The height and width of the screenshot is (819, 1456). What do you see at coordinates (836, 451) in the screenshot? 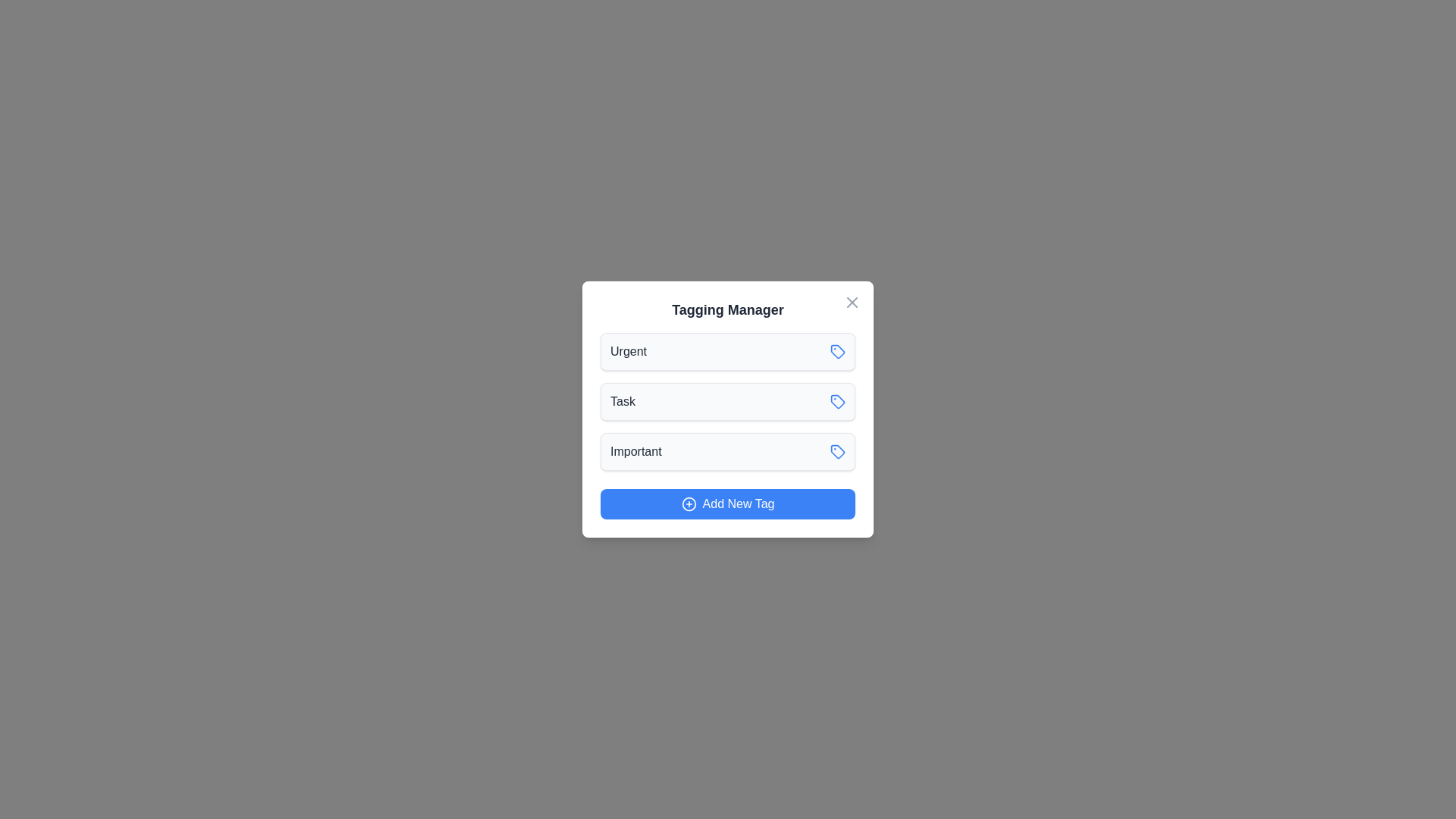
I see `the tag icon corresponding to Important to view its details` at bounding box center [836, 451].